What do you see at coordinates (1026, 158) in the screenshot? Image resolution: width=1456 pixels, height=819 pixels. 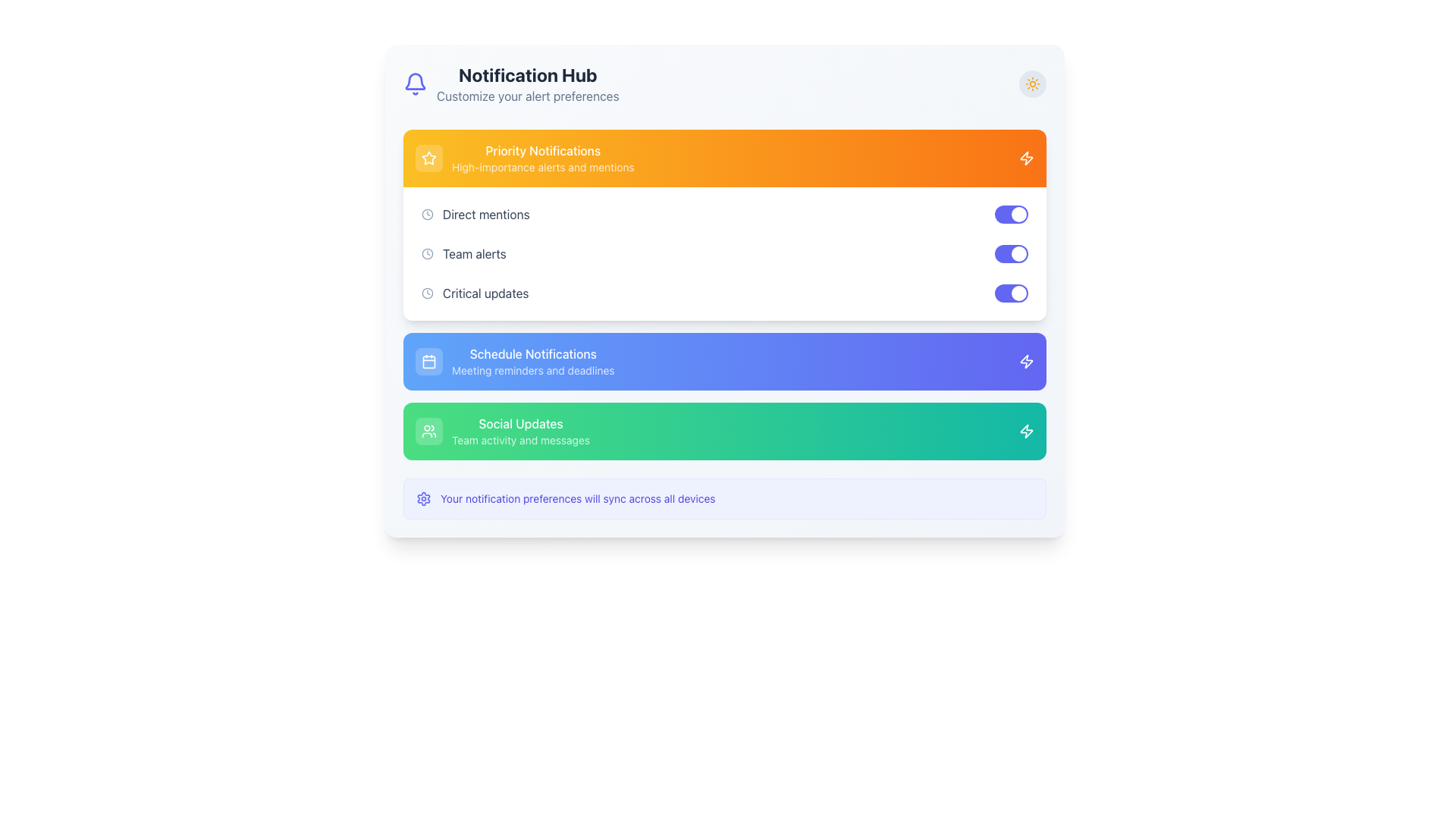 I see `the zigzagging lightning bolt icon located in the top-right corner of the 'Priority Notifications' section, which has white strokes and an orange background` at bounding box center [1026, 158].